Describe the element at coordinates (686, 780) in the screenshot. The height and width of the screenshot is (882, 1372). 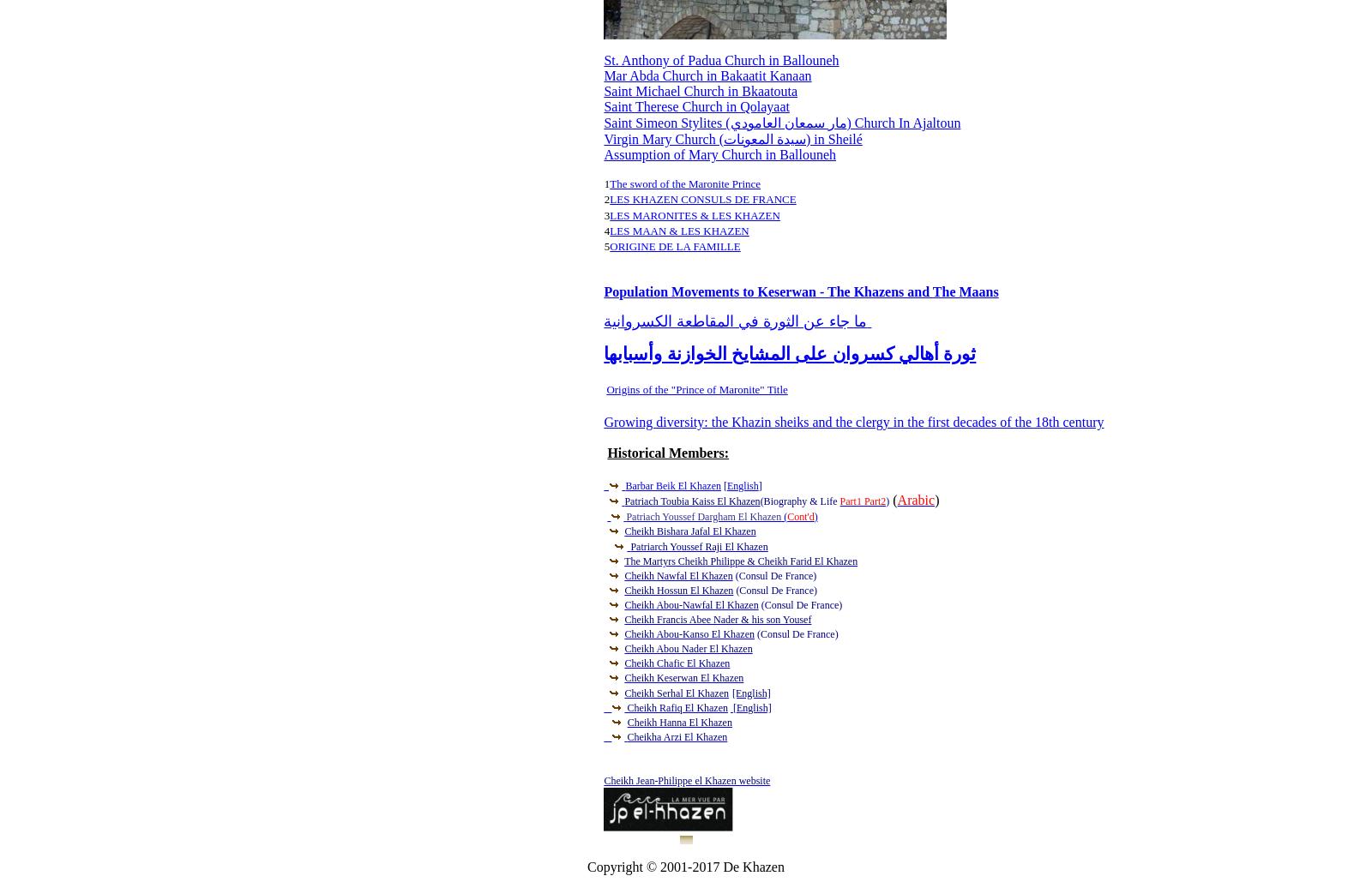
I see `'Cheikh Jean-Philippe el Khazen website'` at that location.